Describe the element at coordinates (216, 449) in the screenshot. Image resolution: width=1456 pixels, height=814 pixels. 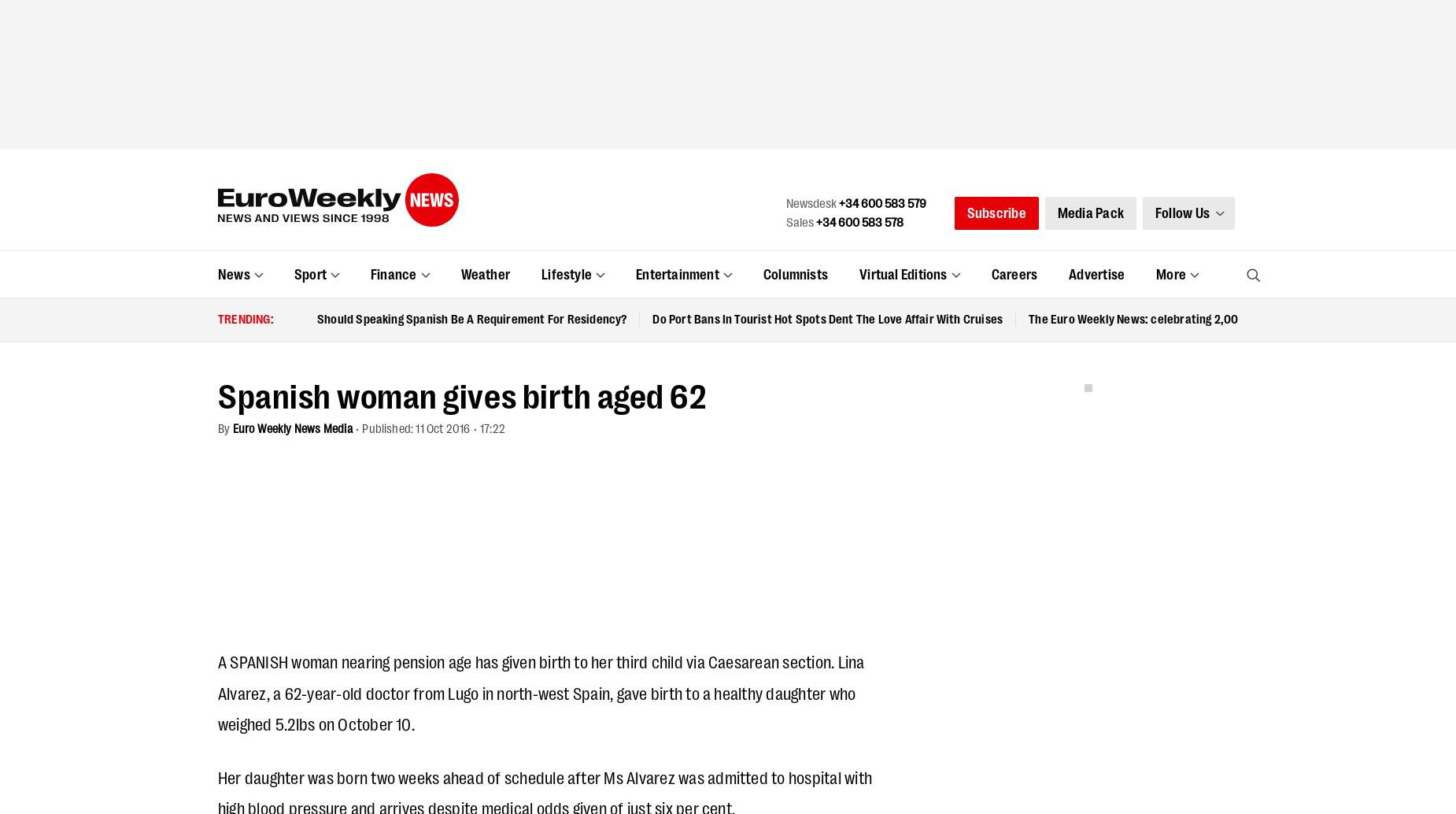
I see `'Comments'` at that location.